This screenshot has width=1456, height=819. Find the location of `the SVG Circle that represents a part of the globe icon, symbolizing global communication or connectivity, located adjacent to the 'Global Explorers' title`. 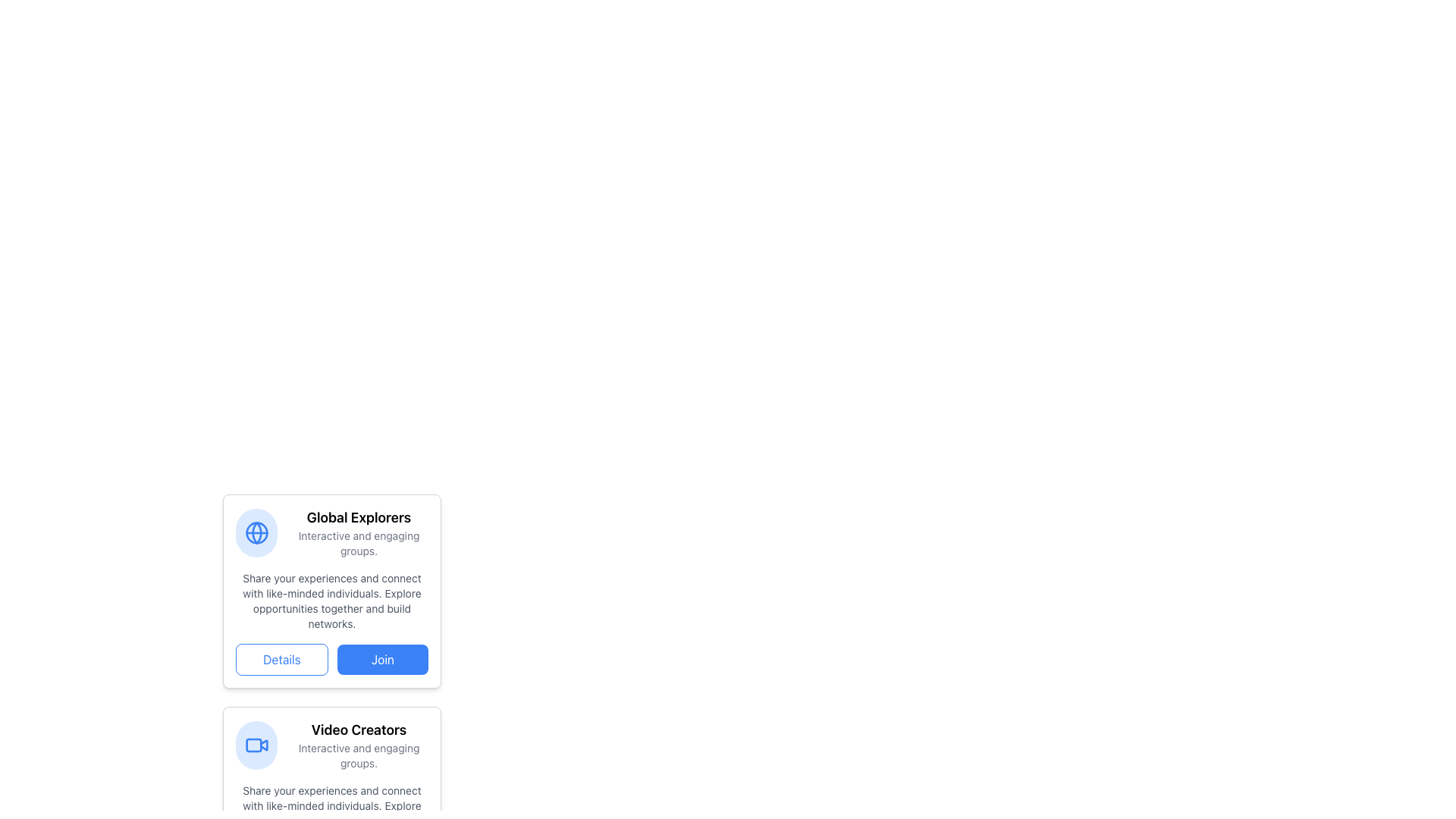

the SVG Circle that represents a part of the globe icon, symbolizing global communication or connectivity, located adjacent to the 'Global Explorers' title is located at coordinates (256, 532).